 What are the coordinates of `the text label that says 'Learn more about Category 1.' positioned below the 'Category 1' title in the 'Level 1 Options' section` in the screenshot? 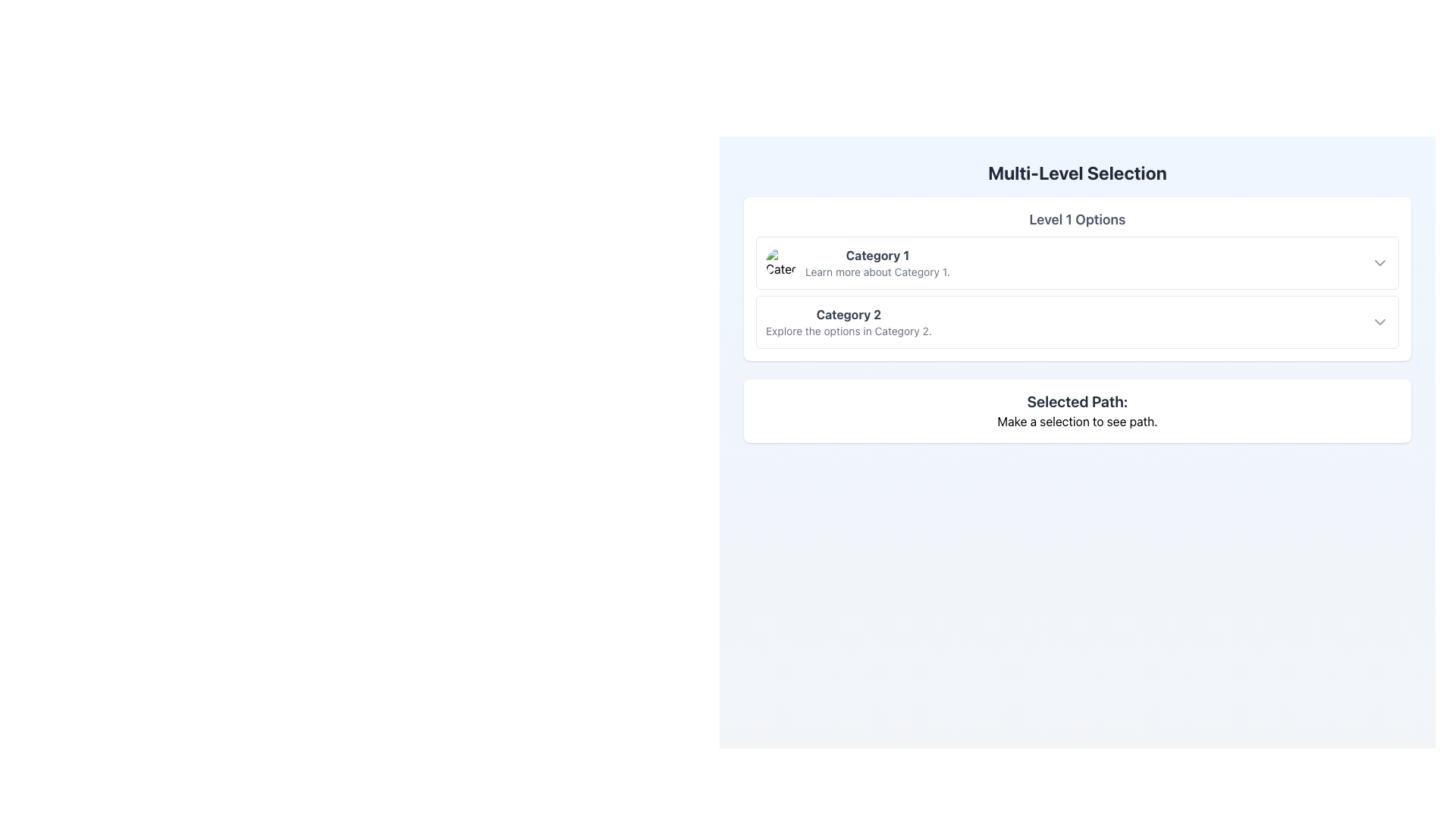 It's located at (877, 271).